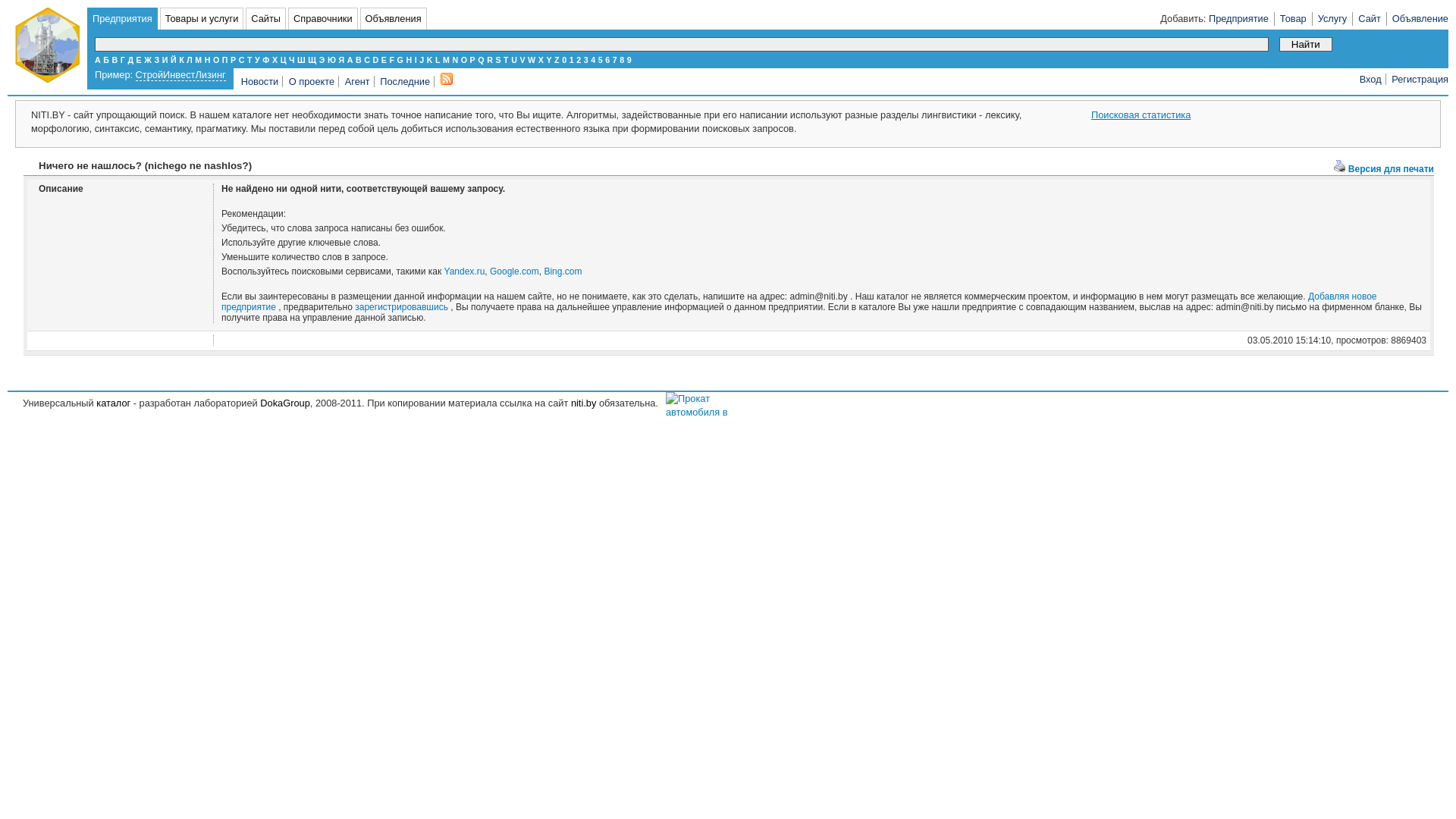 This screenshot has height=819, width=1456. What do you see at coordinates (428, 58) in the screenshot?
I see `'K'` at bounding box center [428, 58].